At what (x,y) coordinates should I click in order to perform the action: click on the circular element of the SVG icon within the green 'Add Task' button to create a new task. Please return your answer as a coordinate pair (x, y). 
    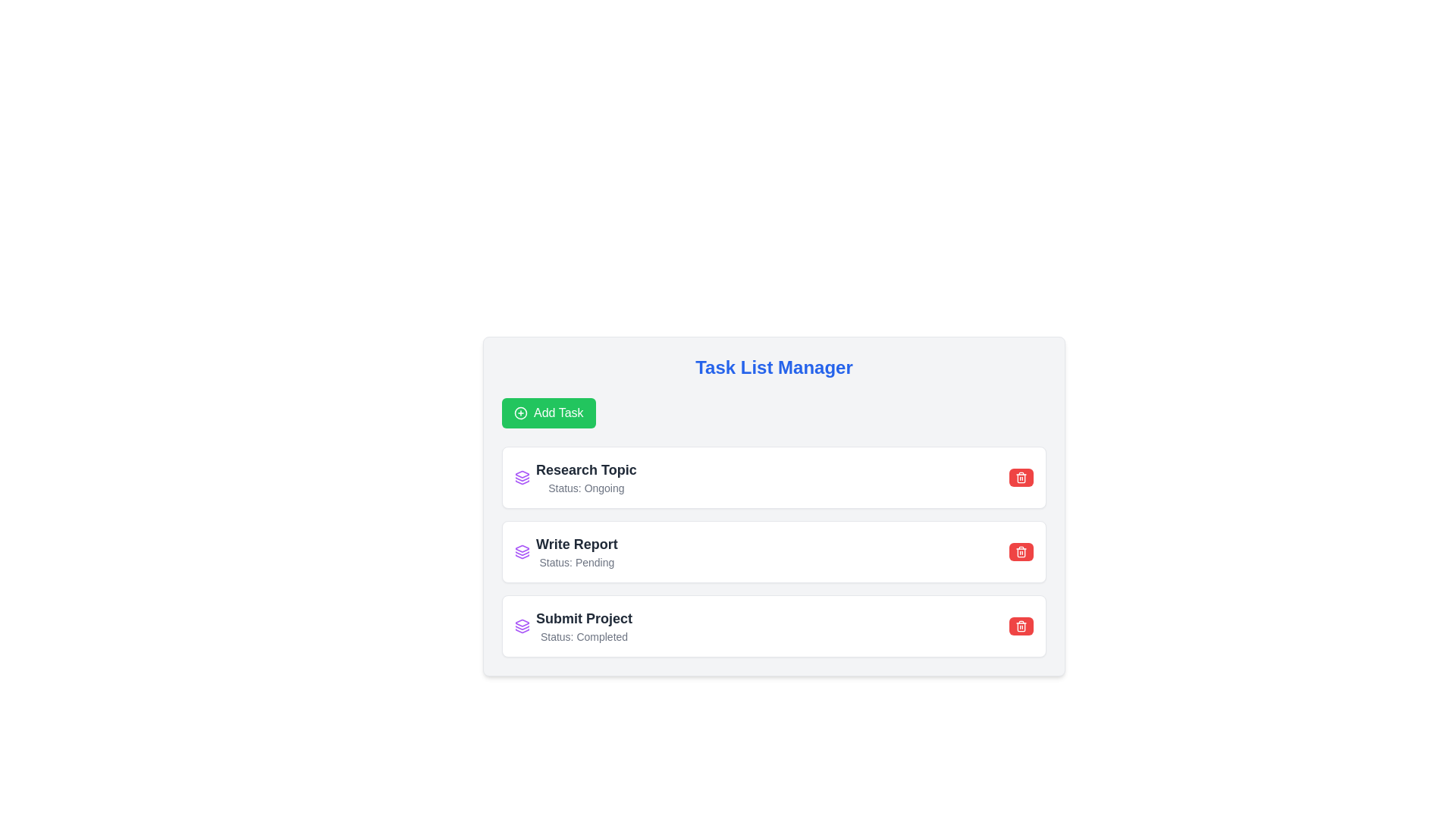
    Looking at the image, I should click on (520, 413).